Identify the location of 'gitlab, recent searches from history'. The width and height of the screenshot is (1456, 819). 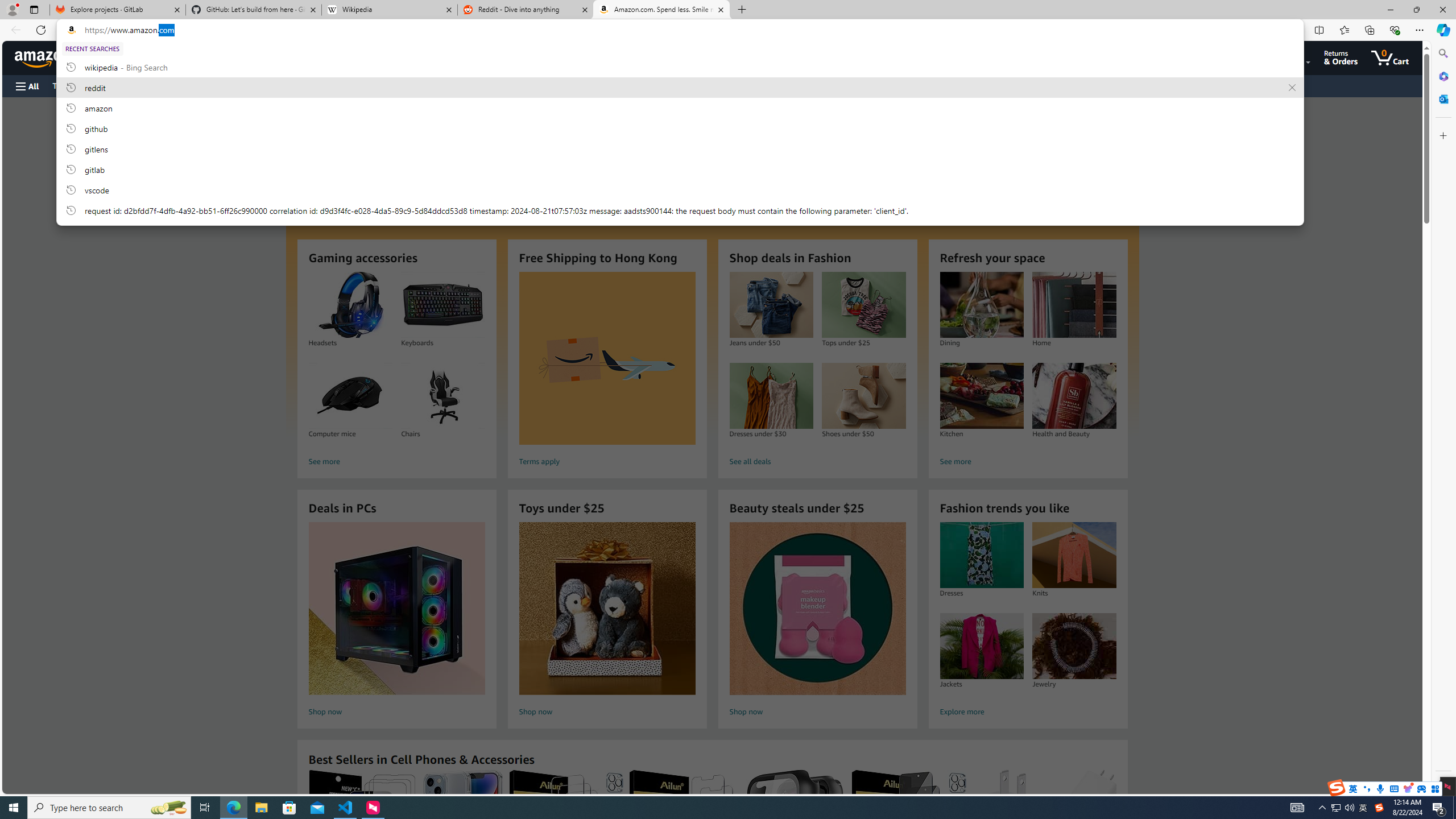
(679, 168).